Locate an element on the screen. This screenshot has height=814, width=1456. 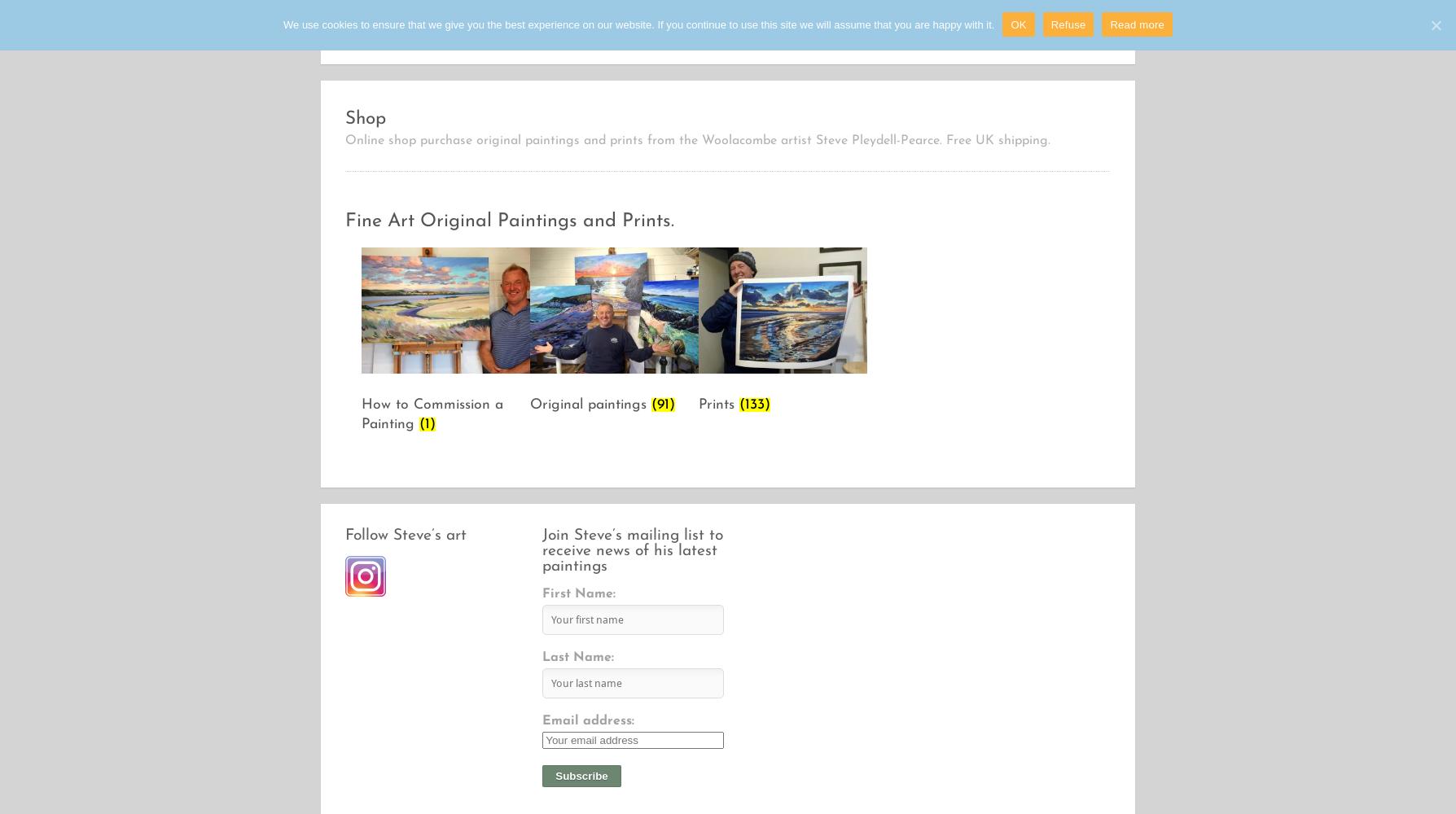
'Email address:' is located at coordinates (587, 721).